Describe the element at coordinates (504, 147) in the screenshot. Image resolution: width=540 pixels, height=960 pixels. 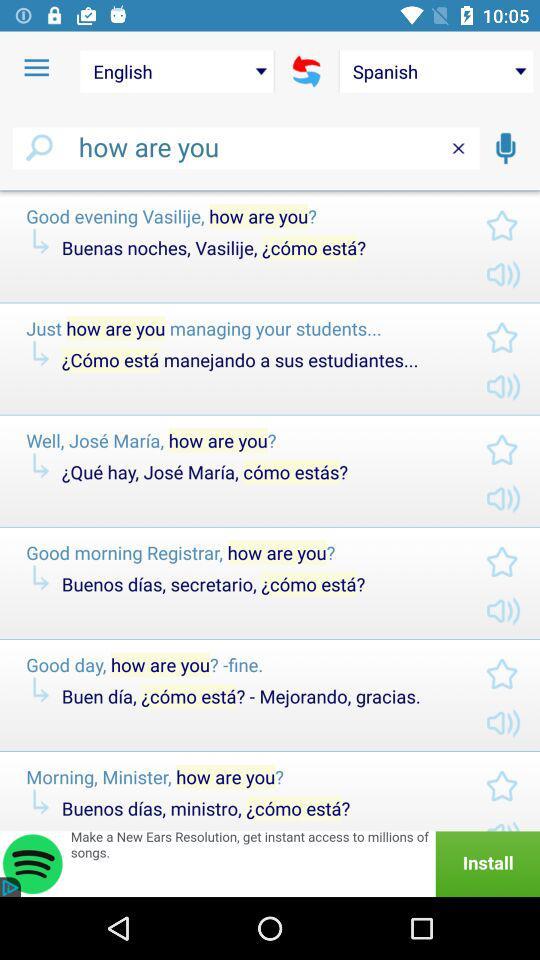
I see `the voice search symbol` at that location.